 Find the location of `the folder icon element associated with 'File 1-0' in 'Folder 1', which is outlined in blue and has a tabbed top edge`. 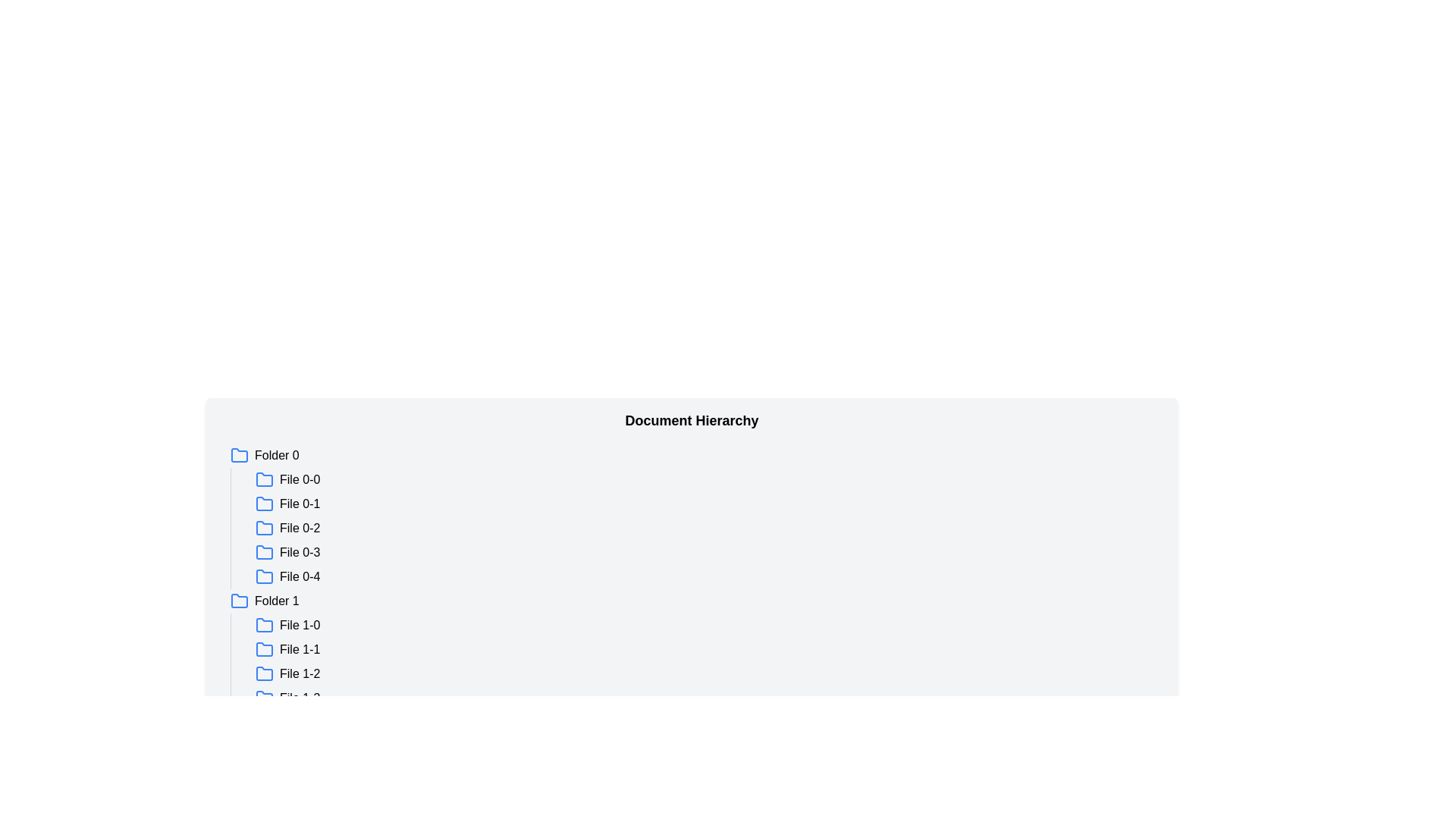

the folder icon element associated with 'File 1-0' in 'Folder 1', which is outlined in blue and has a tabbed top edge is located at coordinates (265, 625).